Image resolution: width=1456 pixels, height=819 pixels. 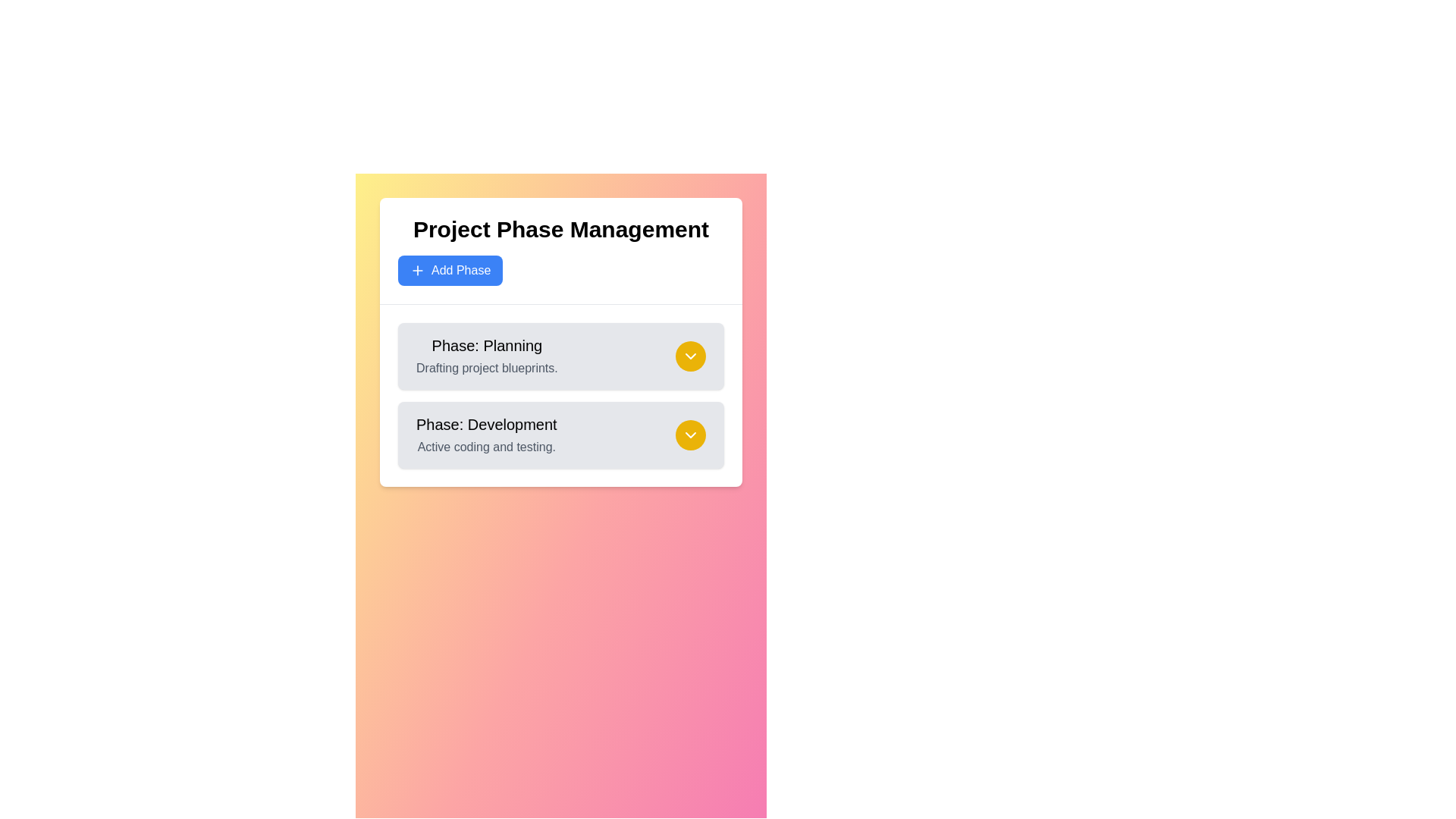 What do you see at coordinates (486, 435) in the screenshot?
I see `the Text block that displays 'Phase: Development' and 'Active coding and testing.' in a light gray box with rounded corners, located as the second card in a vertical list` at bounding box center [486, 435].